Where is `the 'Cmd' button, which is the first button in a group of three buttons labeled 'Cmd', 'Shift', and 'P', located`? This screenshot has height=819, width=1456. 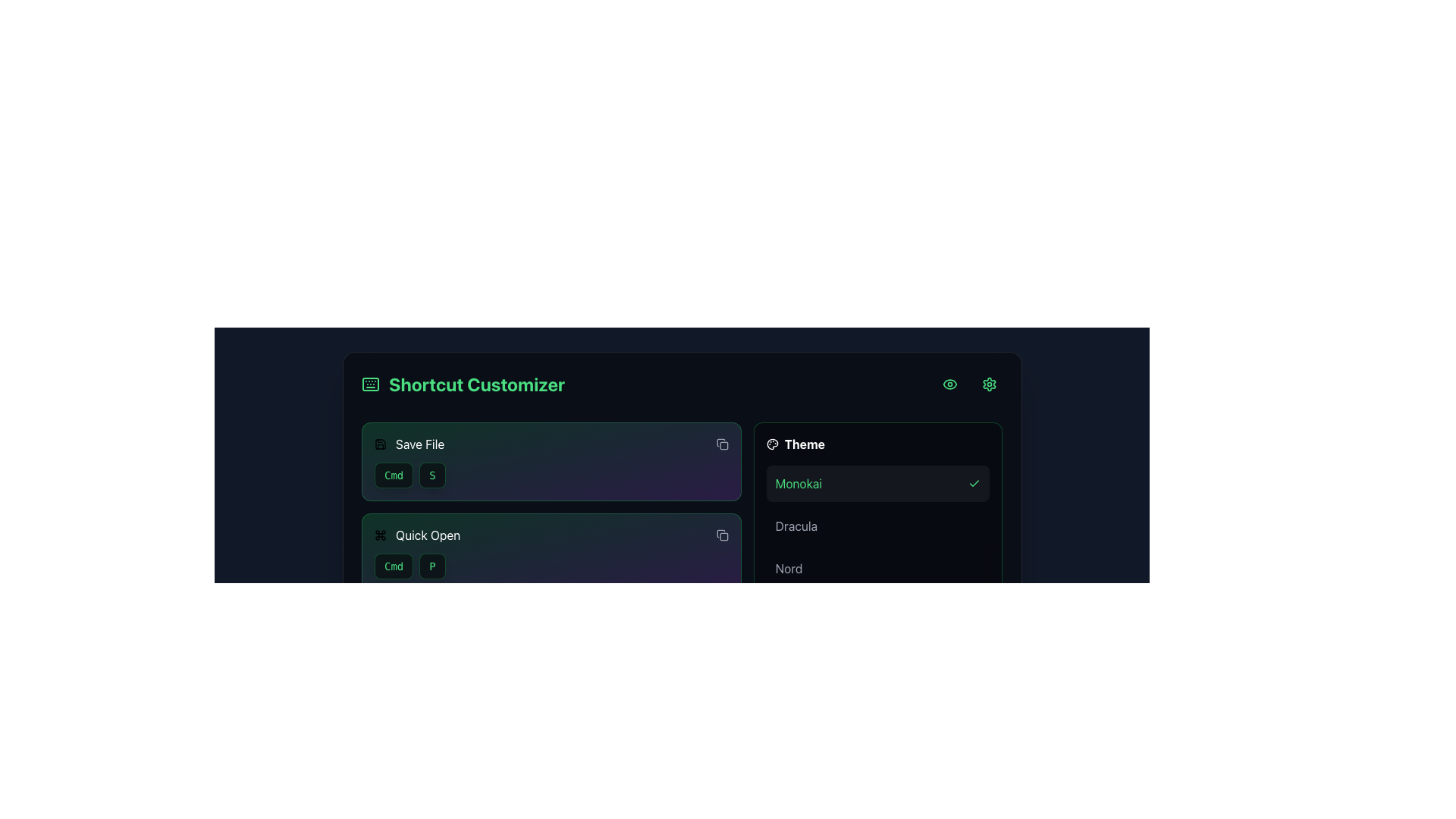 the 'Cmd' button, which is the first button in a group of three buttons labeled 'Cmd', 'Shift', and 'P', located is located at coordinates (394, 657).